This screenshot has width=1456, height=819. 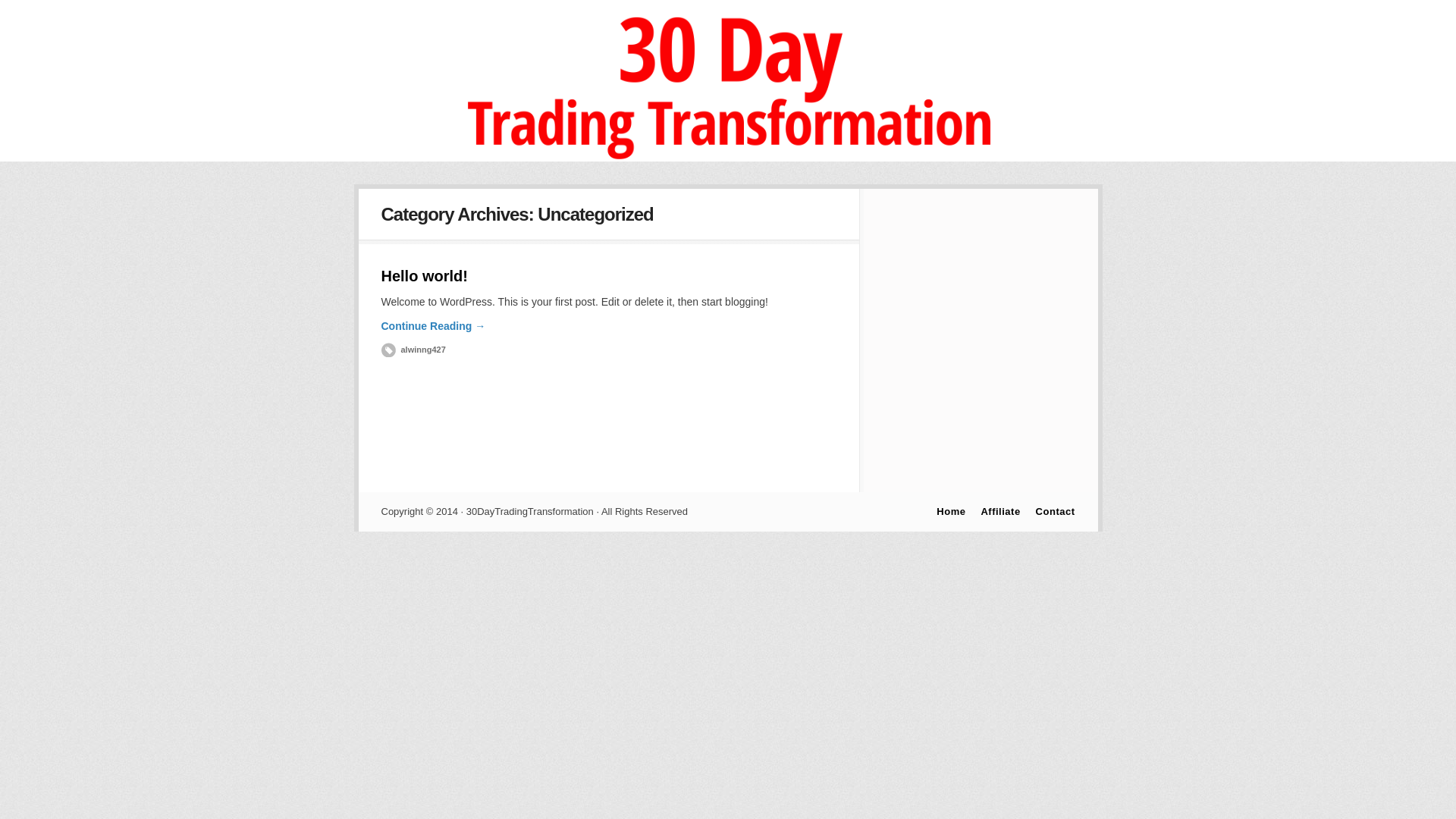 What do you see at coordinates (423, 275) in the screenshot?
I see `'Hello world!'` at bounding box center [423, 275].